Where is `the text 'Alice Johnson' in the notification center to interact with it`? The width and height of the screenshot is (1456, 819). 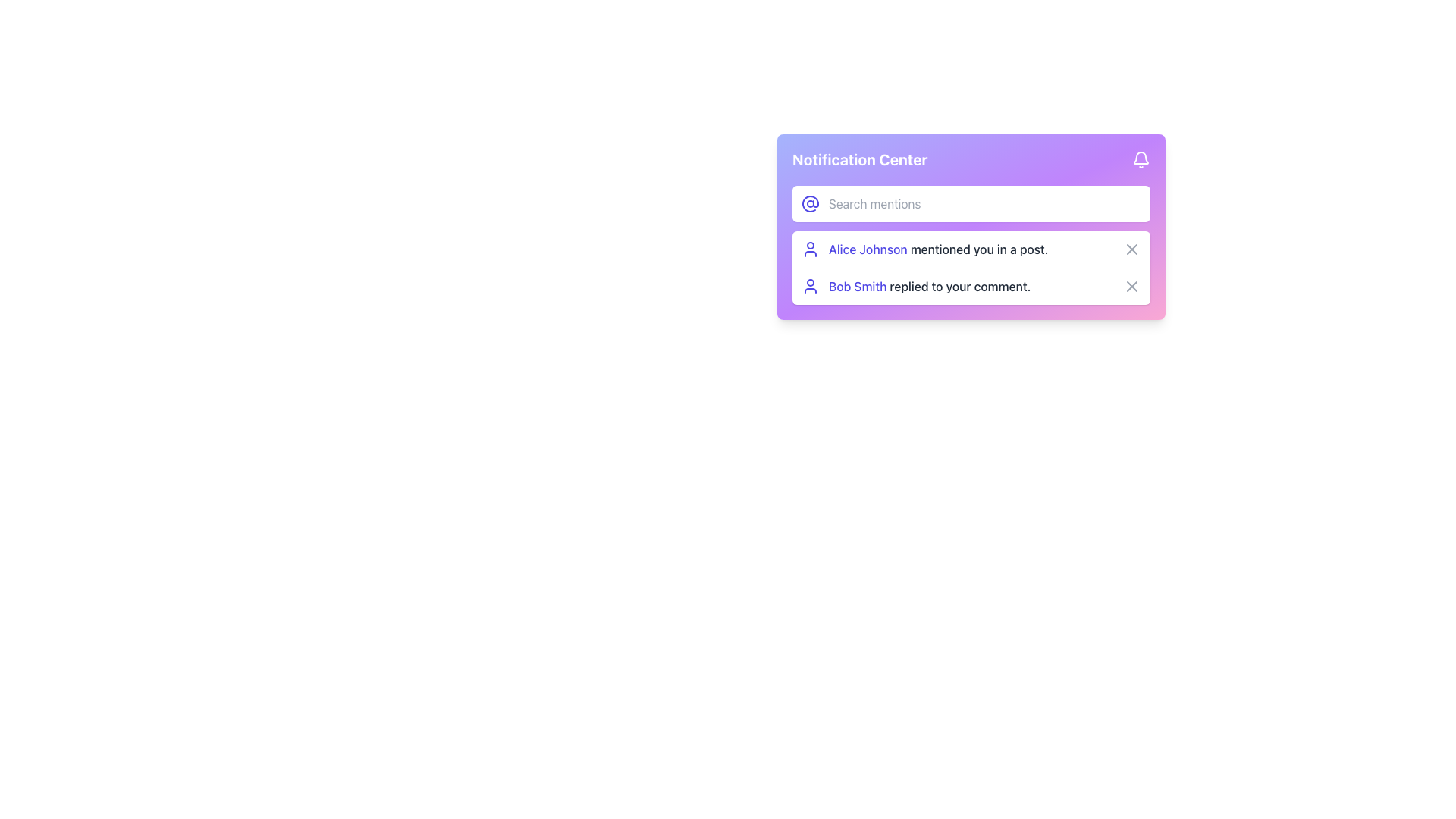
the text 'Alice Johnson' in the notification center to interact with it is located at coordinates (868, 248).